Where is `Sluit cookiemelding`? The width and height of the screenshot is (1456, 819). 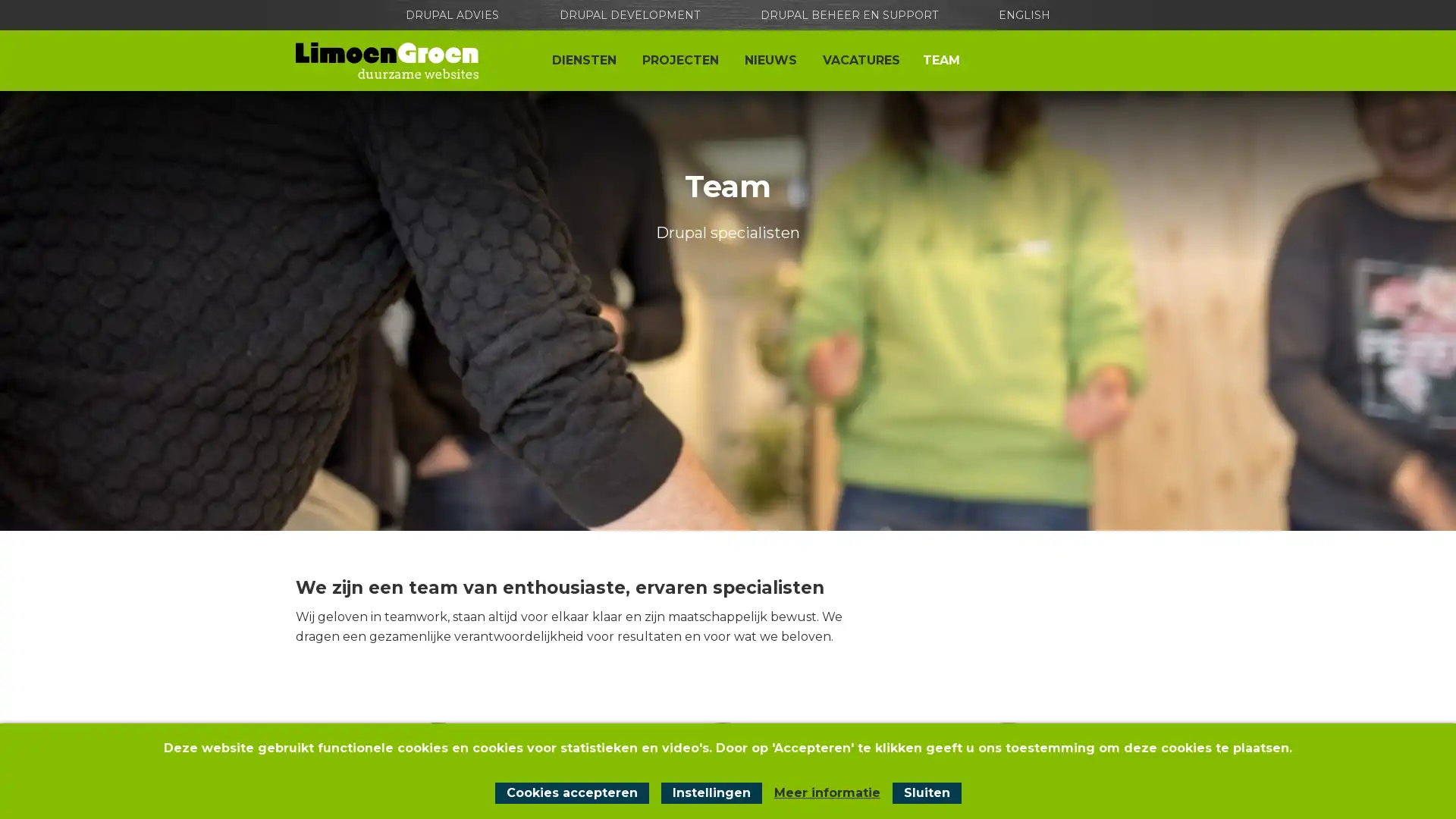
Sluit cookiemelding is located at coordinates (925, 792).